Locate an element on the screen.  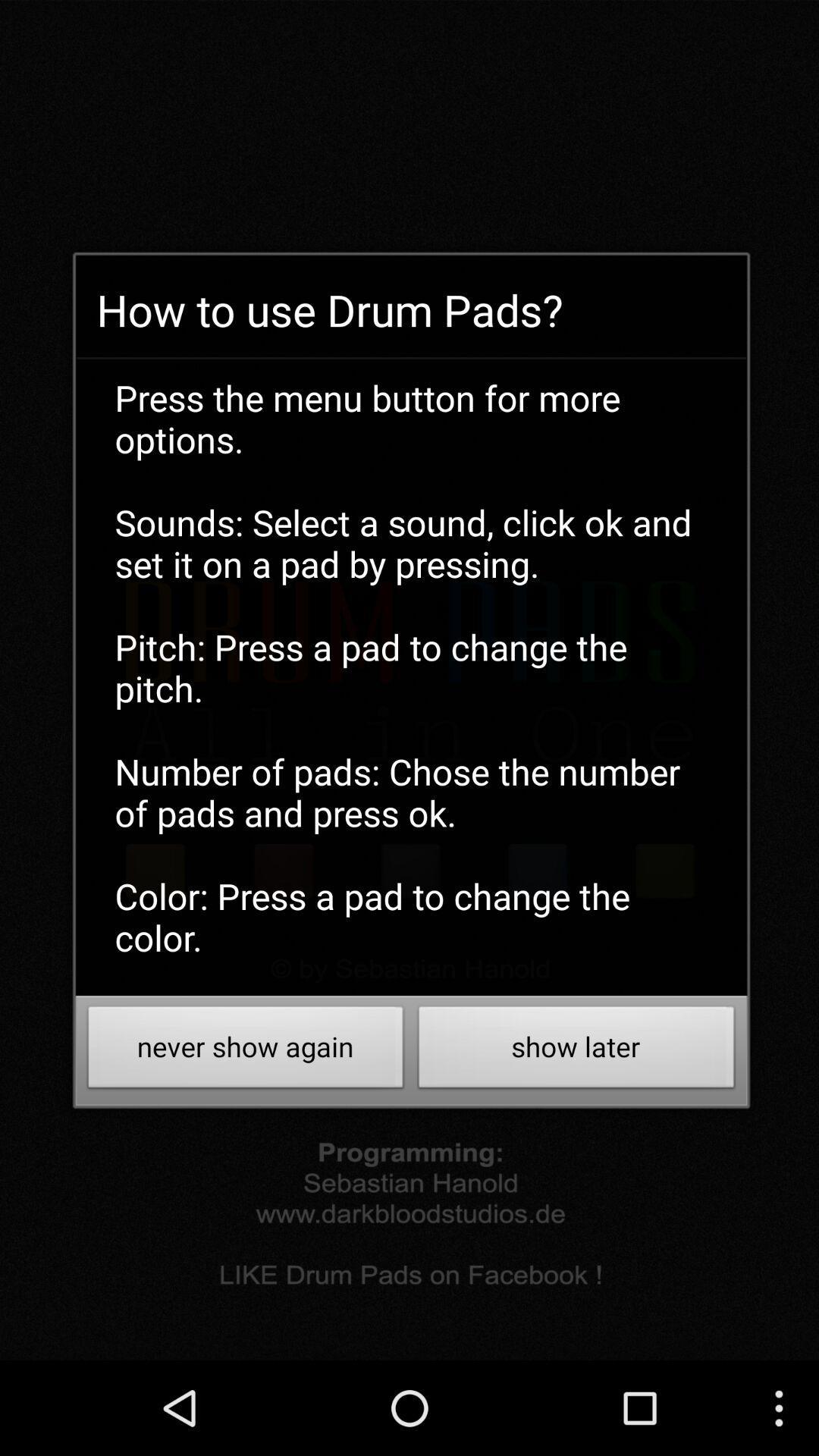
button at the bottom left corner is located at coordinates (245, 1050).